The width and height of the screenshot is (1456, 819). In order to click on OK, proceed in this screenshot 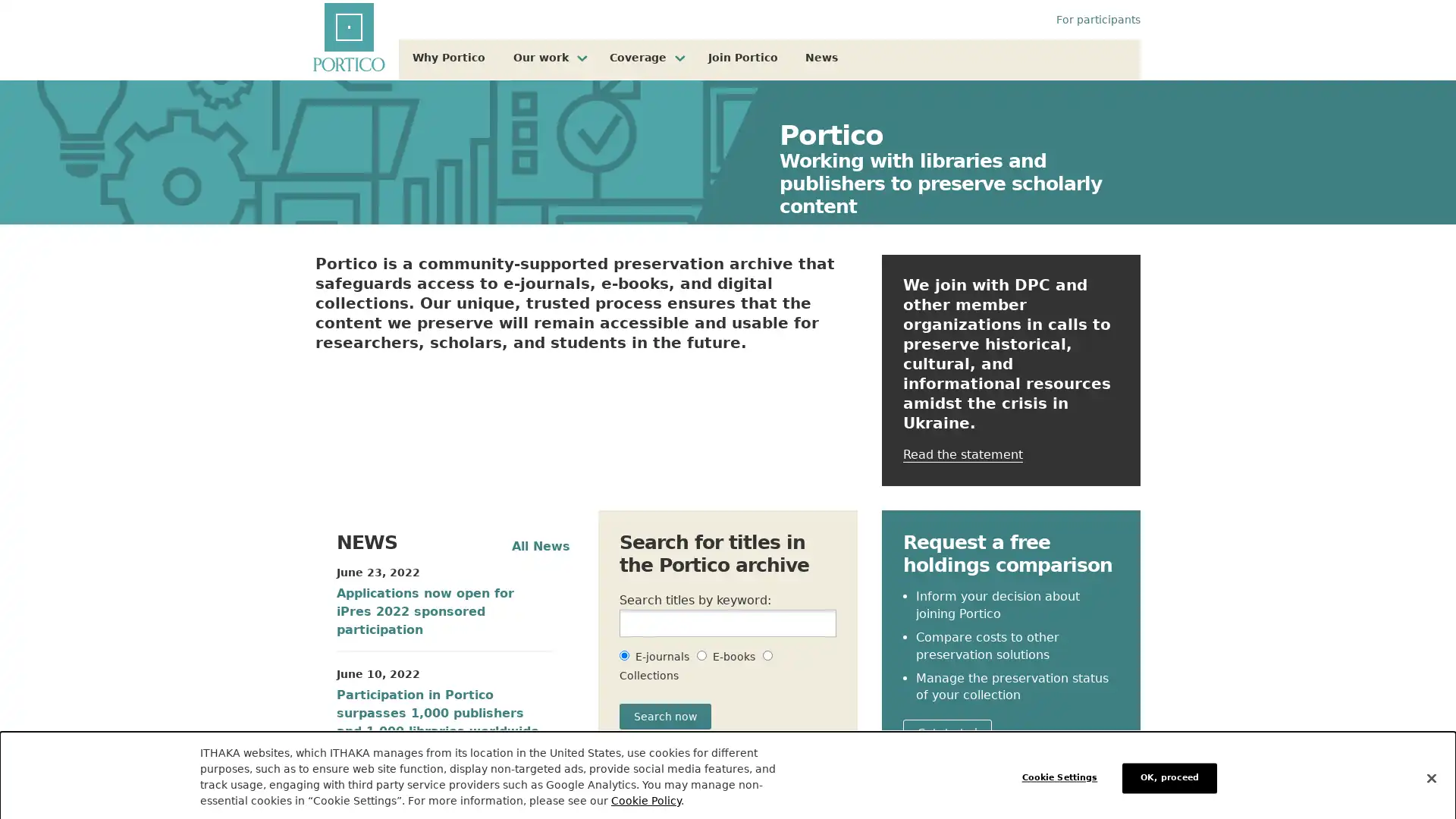, I will do `click(1169, 770)`.